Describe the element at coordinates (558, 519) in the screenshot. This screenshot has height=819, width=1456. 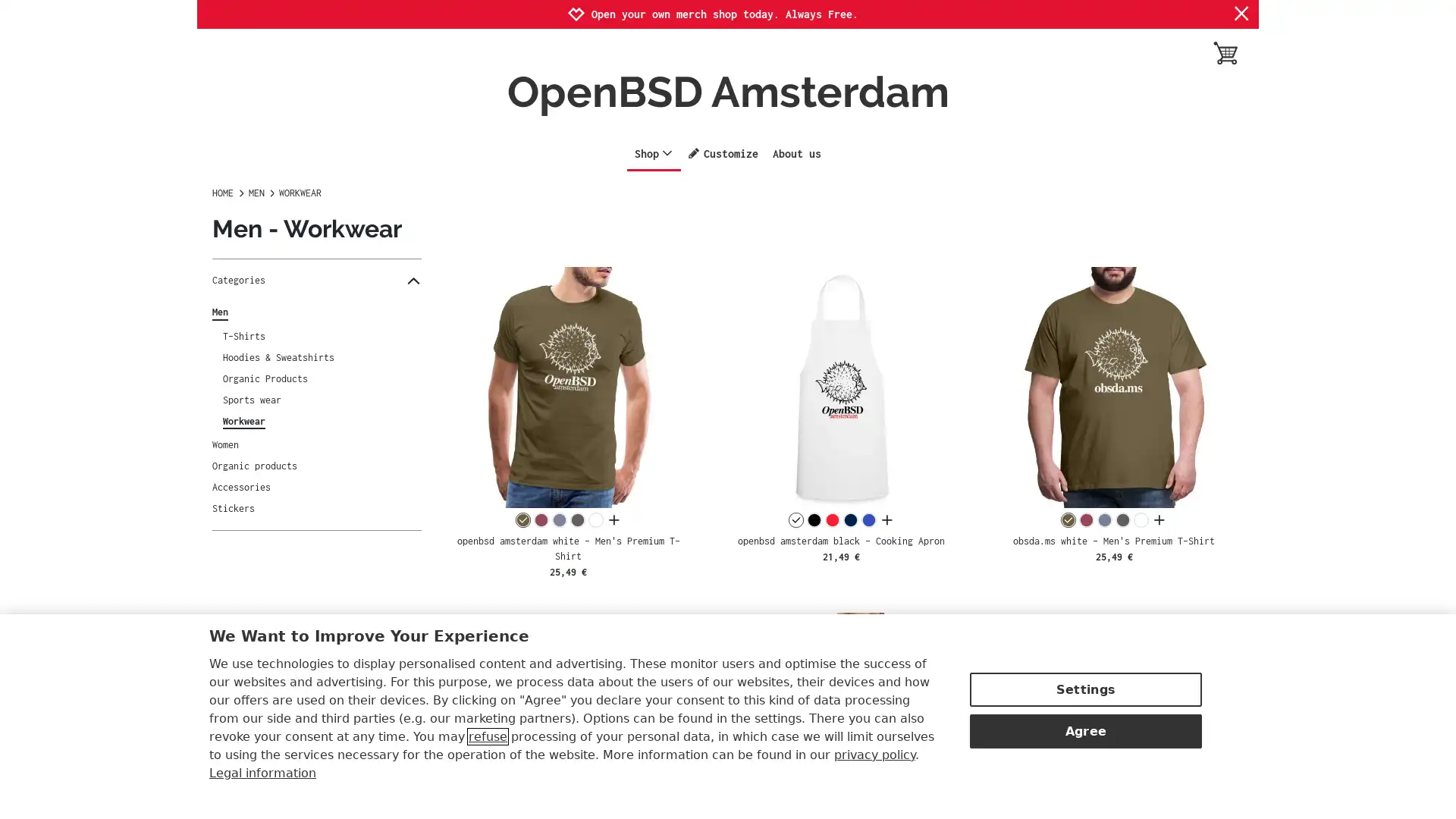
I see `heather blue` at that location.